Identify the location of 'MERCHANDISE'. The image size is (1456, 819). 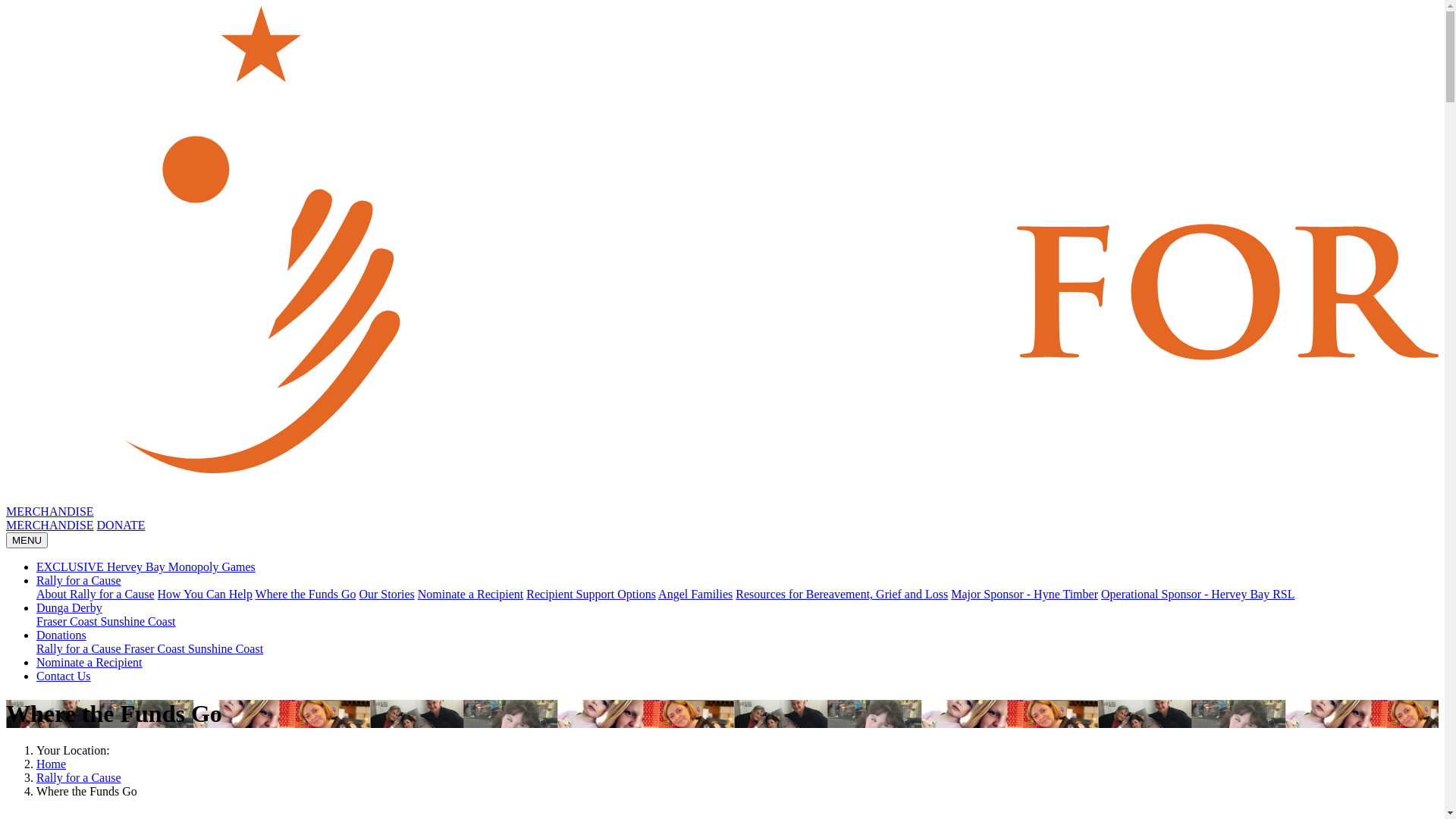
(50, 511).